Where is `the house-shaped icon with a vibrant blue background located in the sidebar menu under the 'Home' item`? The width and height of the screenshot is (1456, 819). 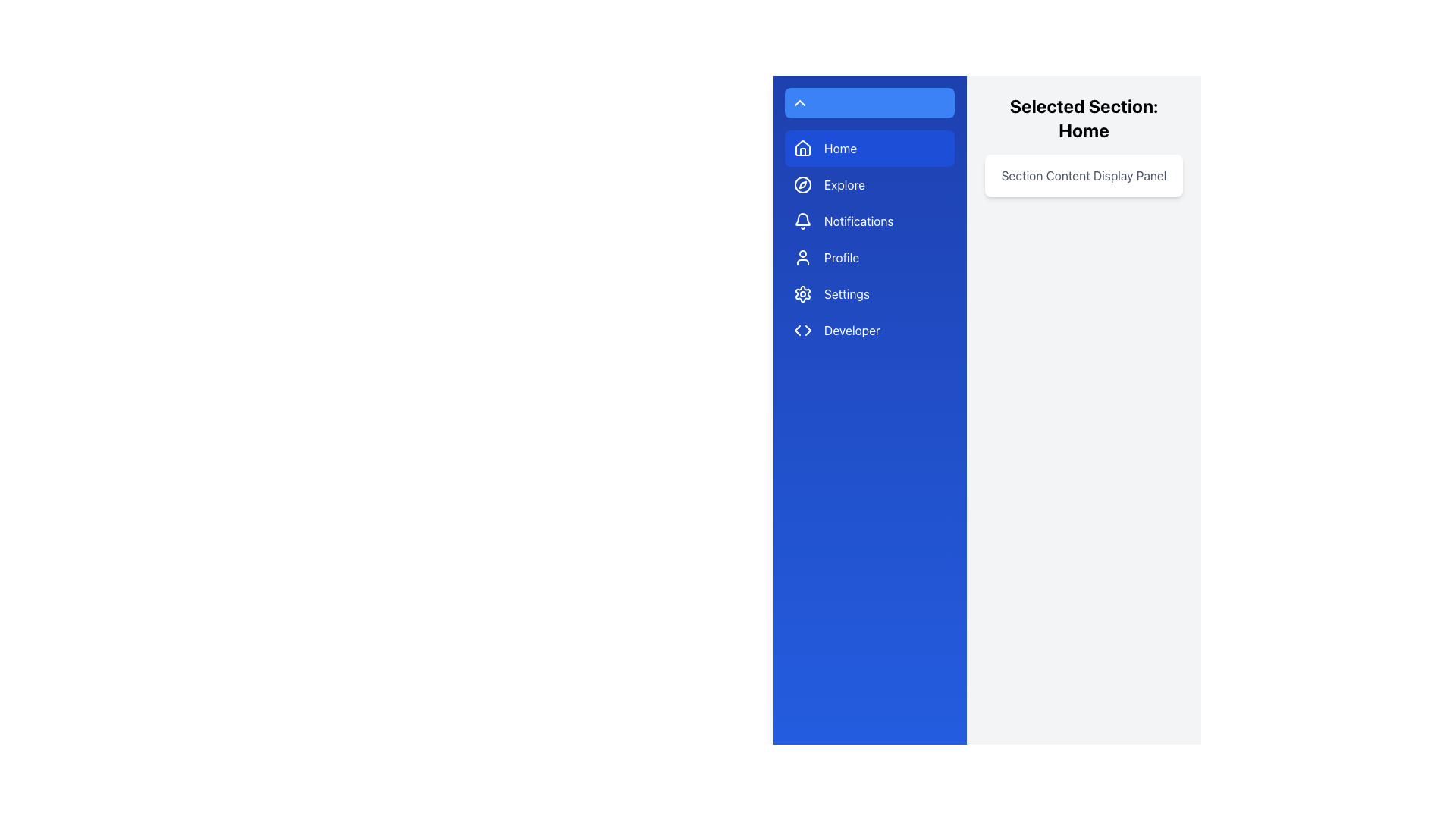 the house-shaped icon with a vibrant blue background located in the sidebar menu under the 'Home' item is located at coordinates (802, 149).